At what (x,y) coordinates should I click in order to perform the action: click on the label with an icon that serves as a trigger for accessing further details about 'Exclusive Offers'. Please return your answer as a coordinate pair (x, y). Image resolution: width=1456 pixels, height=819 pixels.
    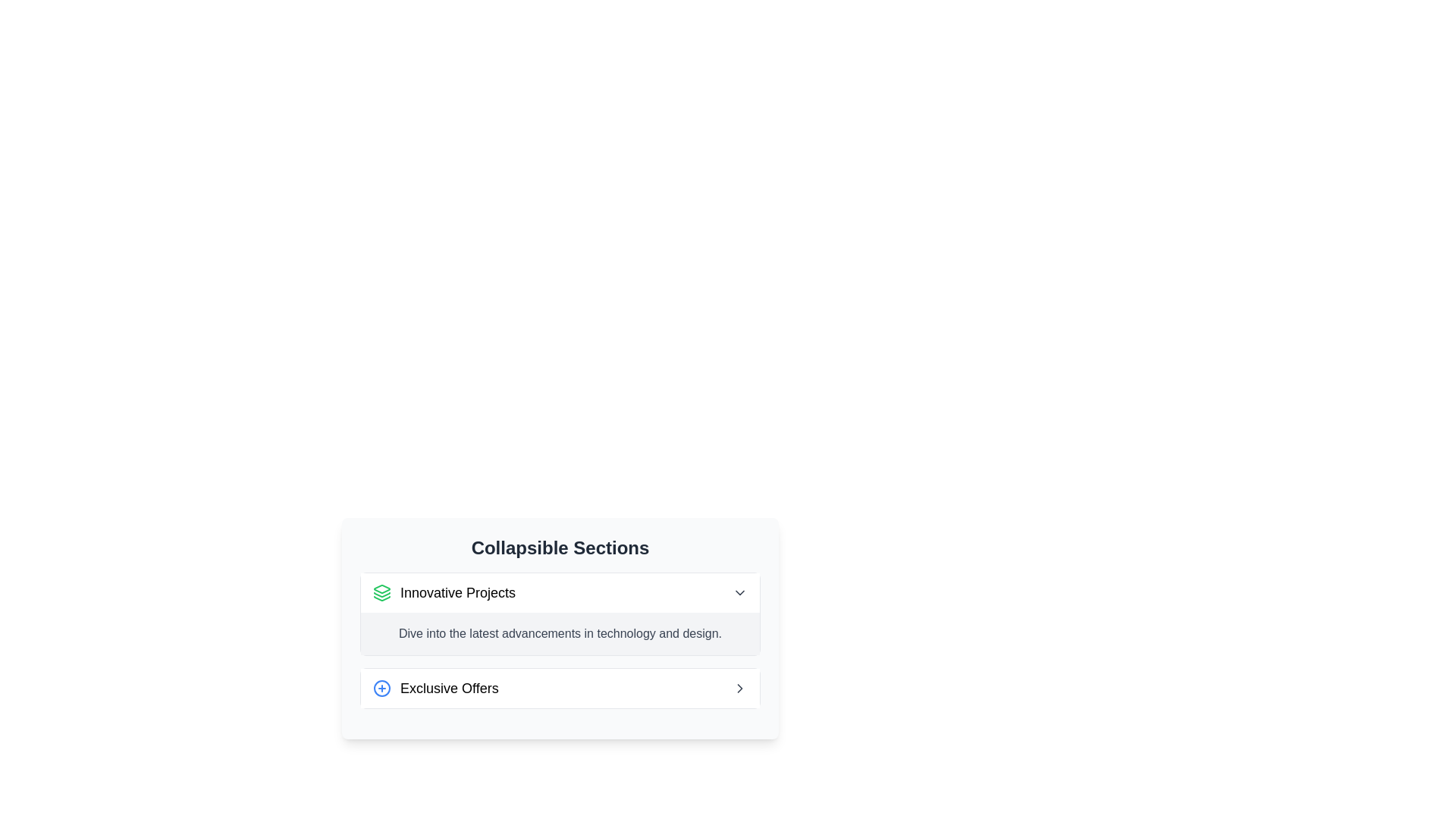
    Looking at the image, I should click on (435, 688).